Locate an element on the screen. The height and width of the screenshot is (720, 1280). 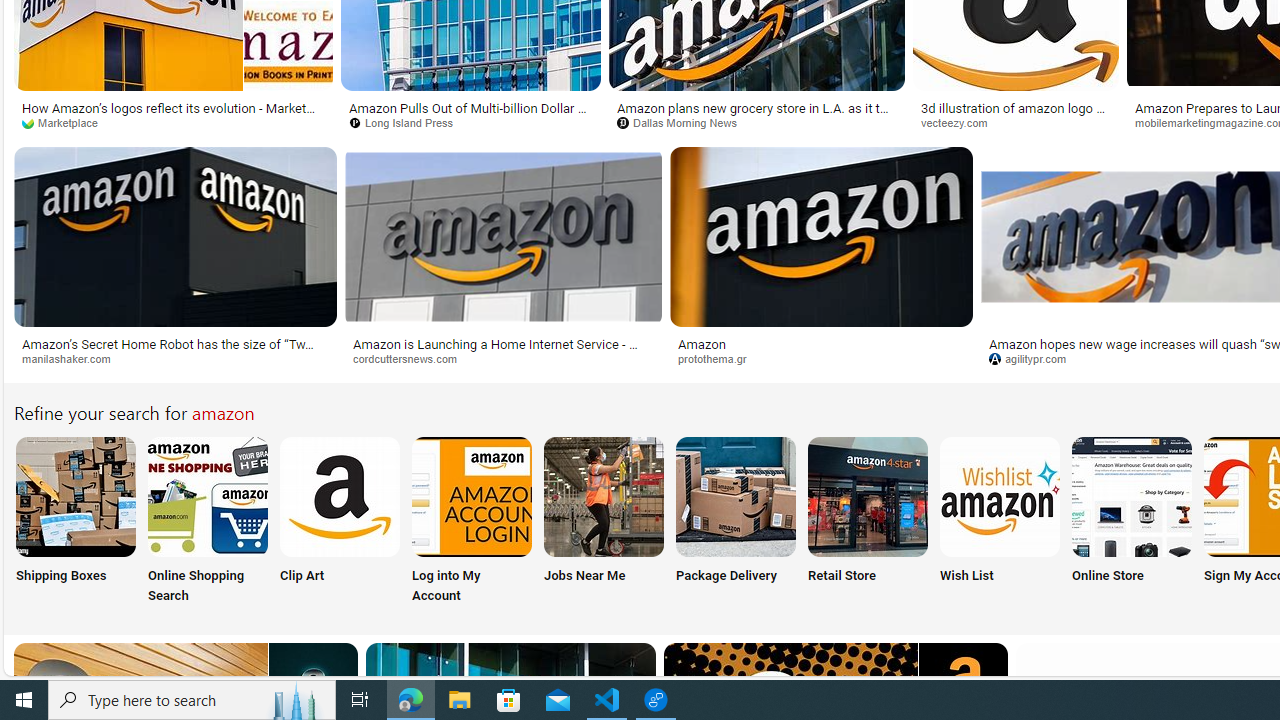
'Marketplace' is located at coordinates (67, 122).